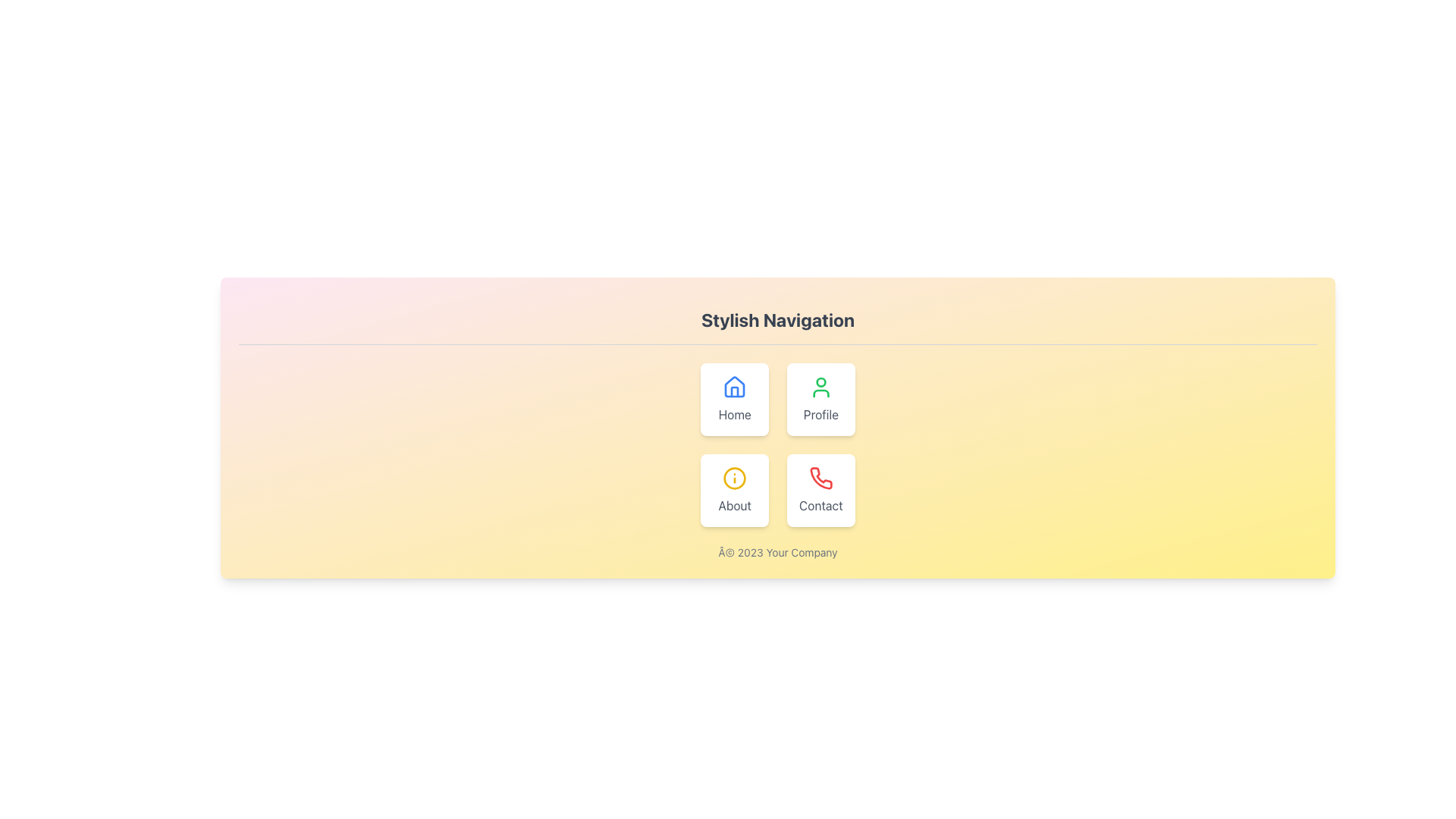 This screenshot has height=819, width=1456. Describe the element at coordinates (820, 399) in the screenshot. I see `the 'Profile' button, which is a rectangular tile with a white background, rounded corners, a green user icon, and gray text centered below the icon` at that location.